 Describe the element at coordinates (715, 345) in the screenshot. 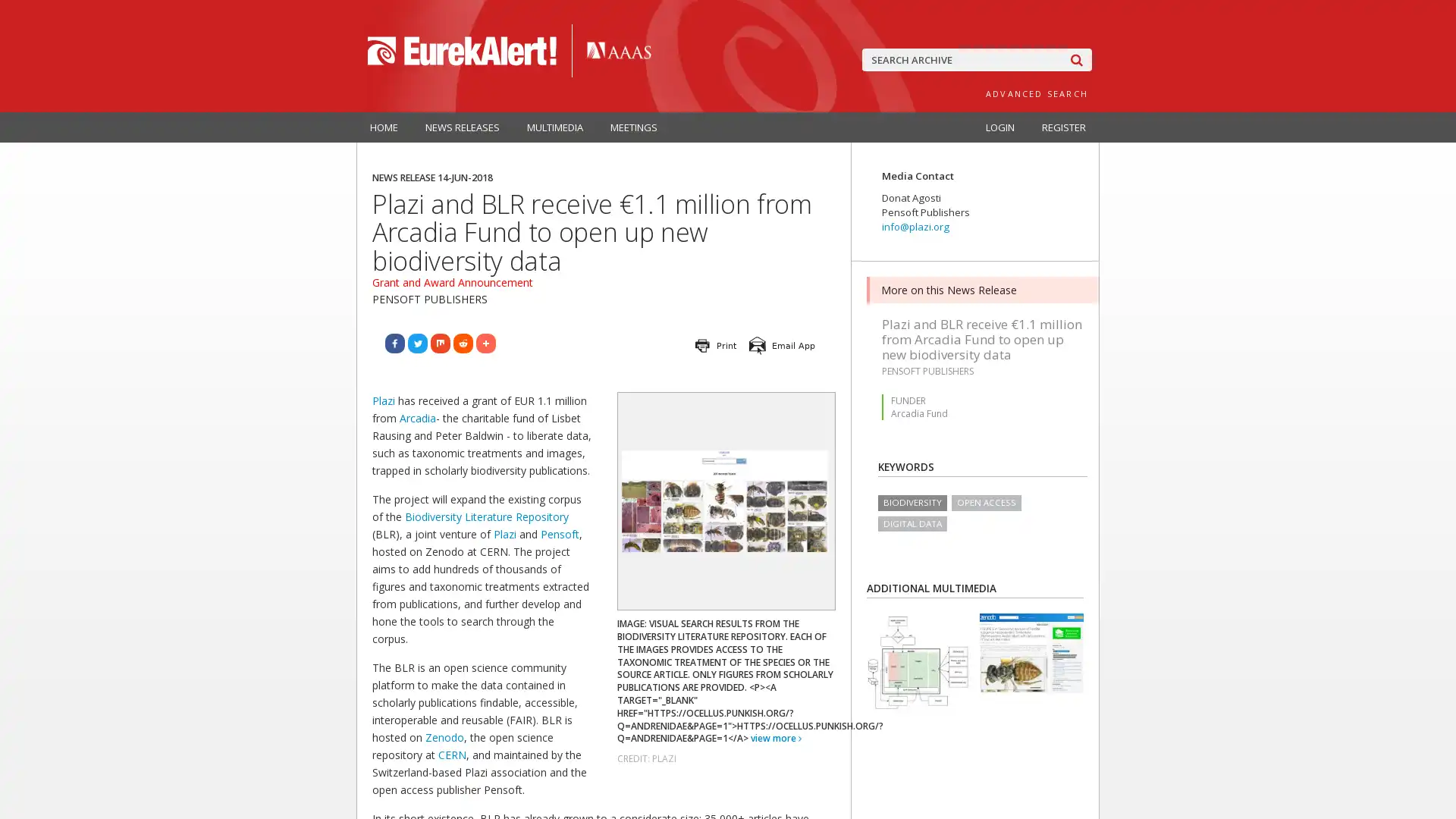

I see `Share to PrintPrint` at that location.